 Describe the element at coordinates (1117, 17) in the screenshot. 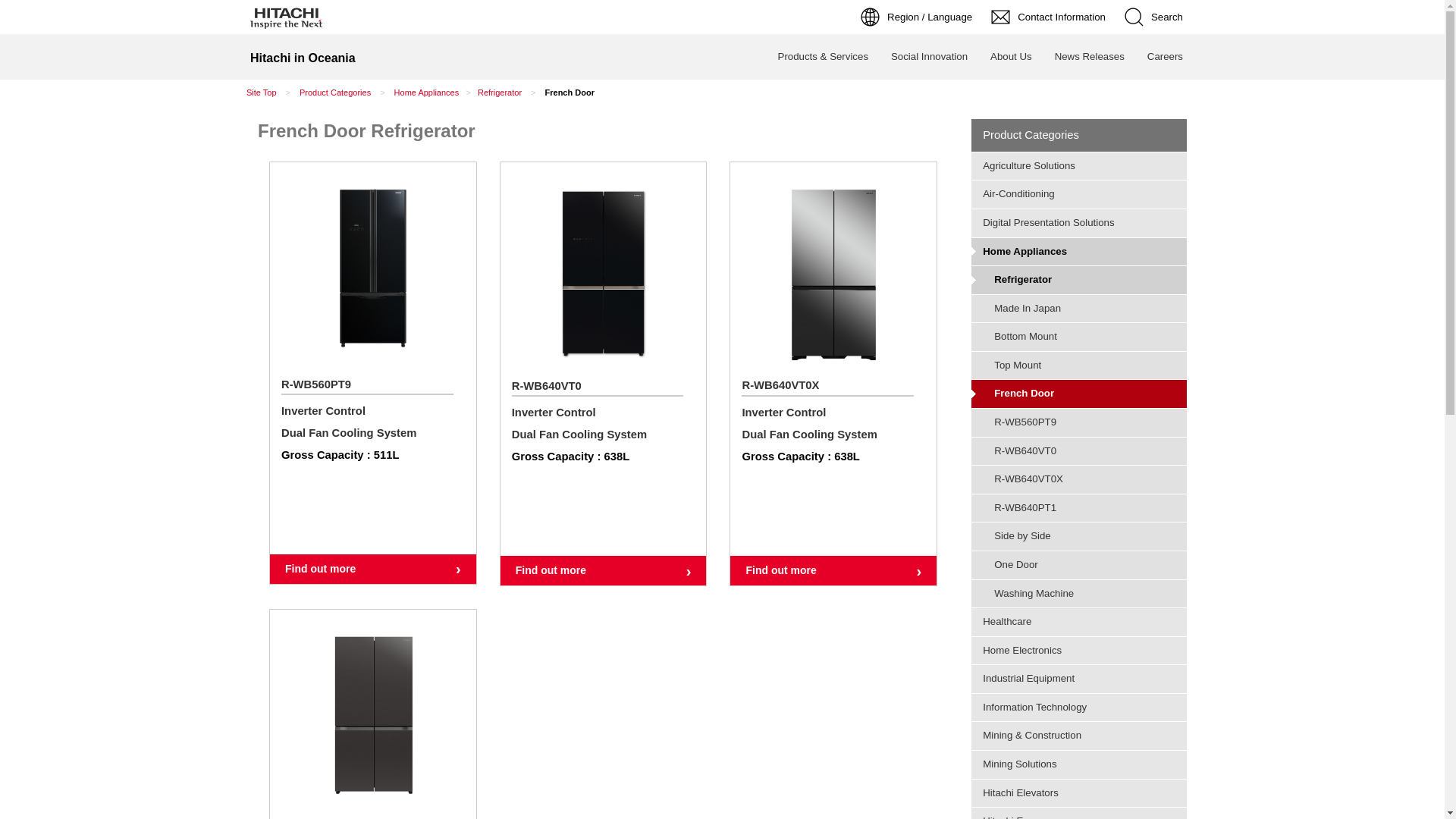

I see `'Search'` at that location.